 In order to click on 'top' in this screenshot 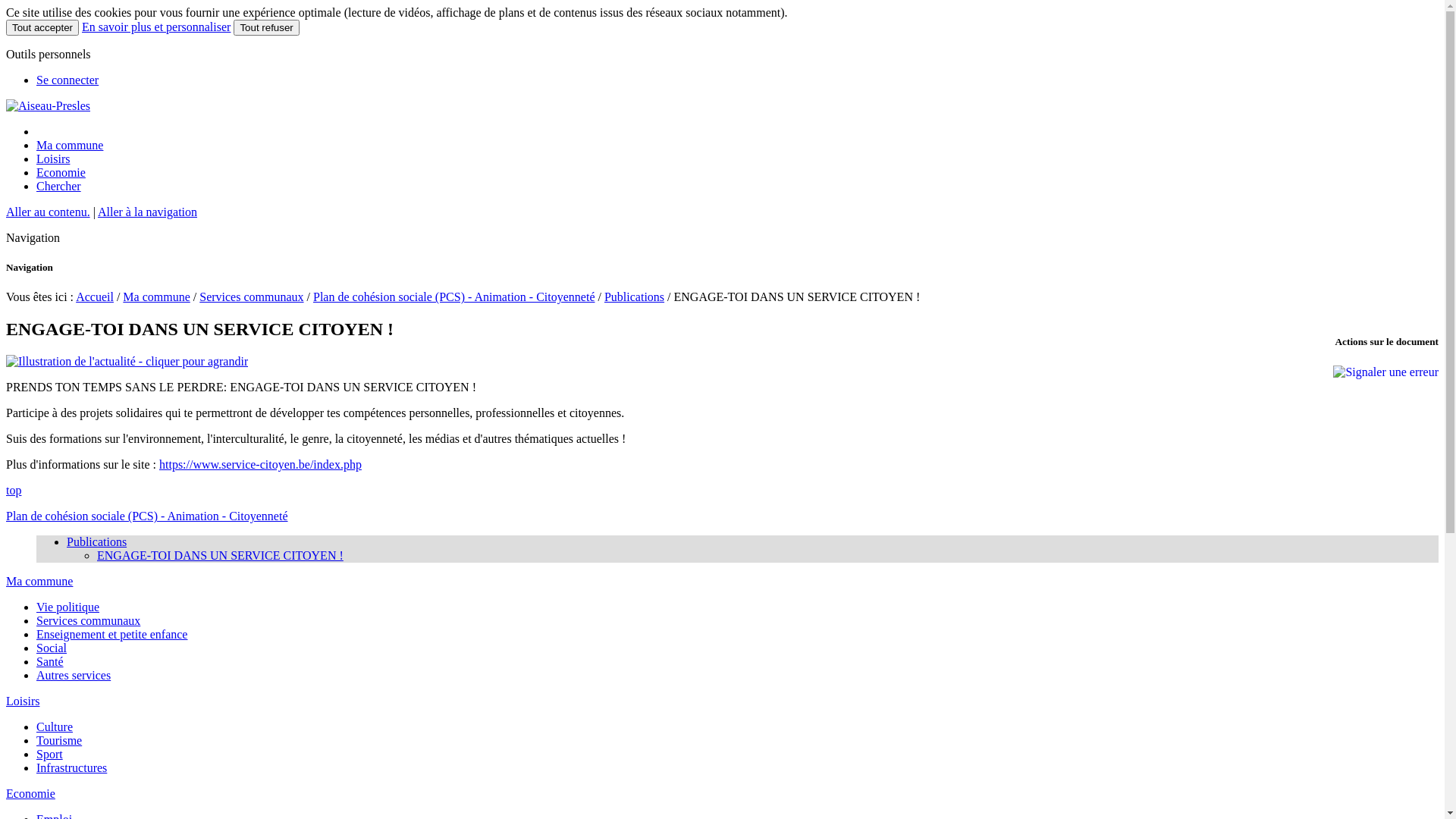, I will do `click(6, 490)`.